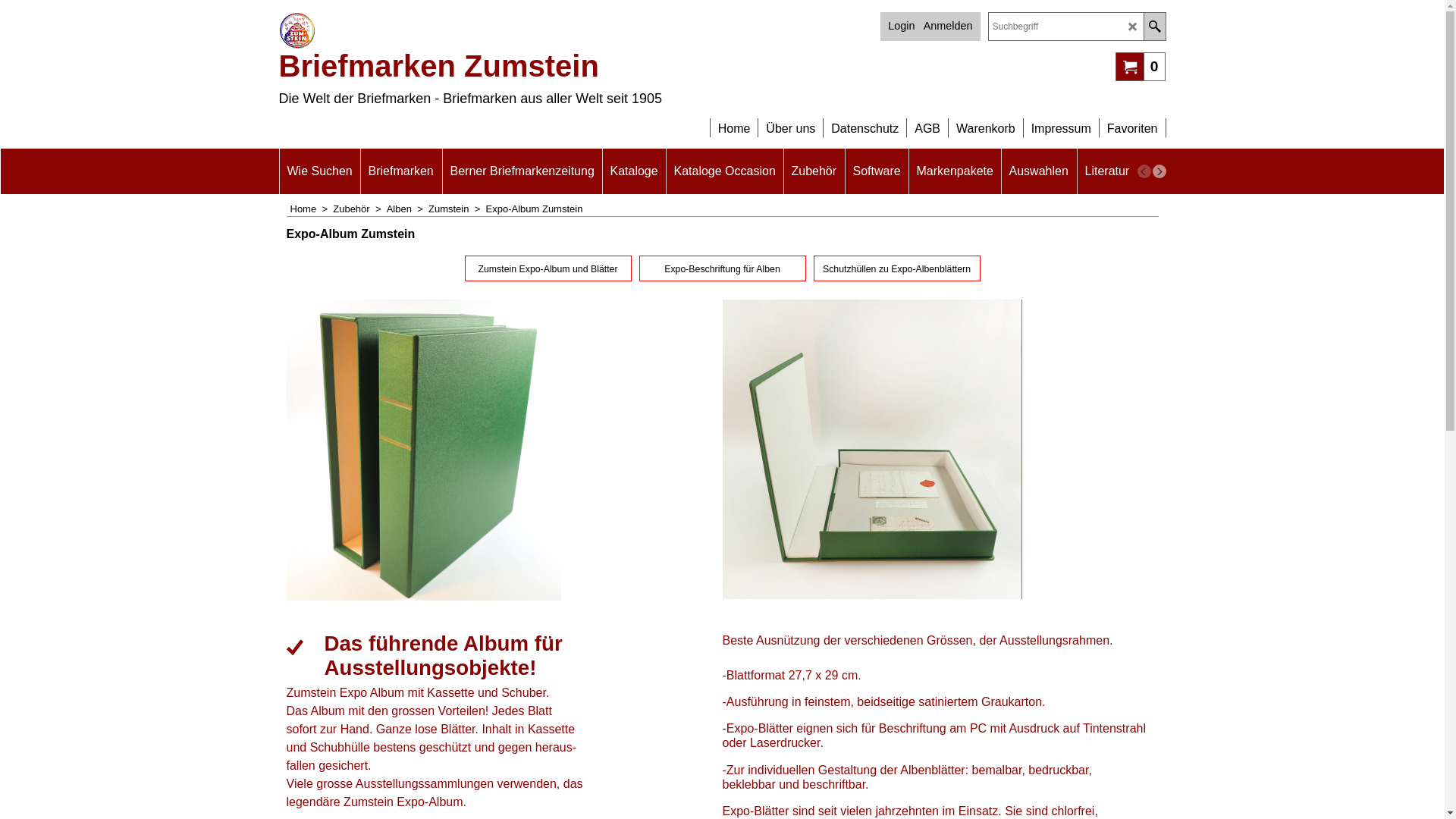 The width and height of the screenshot is (1456, 819). Describe the element at coordinates (888, 26) in the screenshot. I see `'Login'` at that location.